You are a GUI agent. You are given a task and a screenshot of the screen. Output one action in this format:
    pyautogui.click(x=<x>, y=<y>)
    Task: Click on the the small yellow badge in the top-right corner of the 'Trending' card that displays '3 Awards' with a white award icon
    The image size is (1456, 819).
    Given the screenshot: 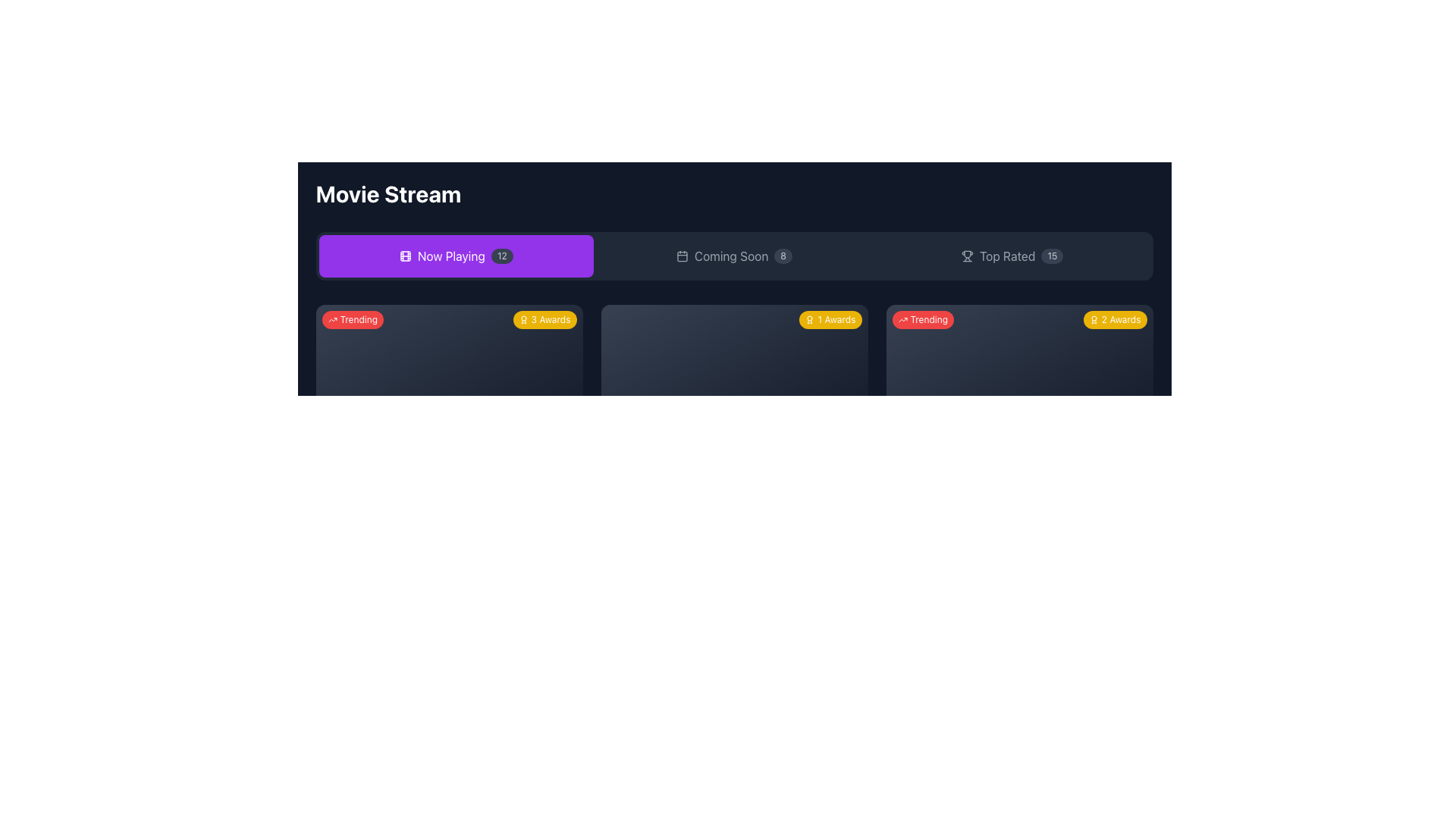 What is the action you would take?
    pyautogui.click(x=544, y=318)
    